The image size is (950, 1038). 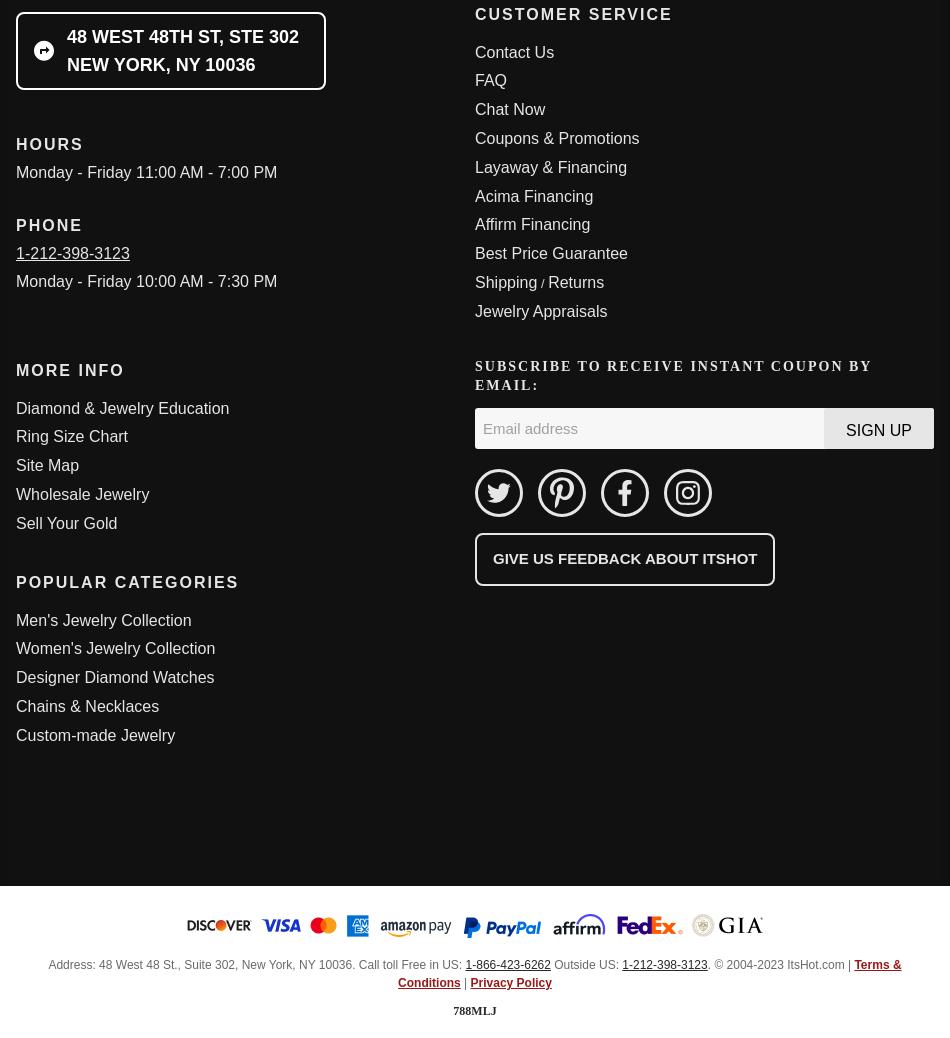 I want to click on '1-866-423-6262', so click(x=464, y=963).